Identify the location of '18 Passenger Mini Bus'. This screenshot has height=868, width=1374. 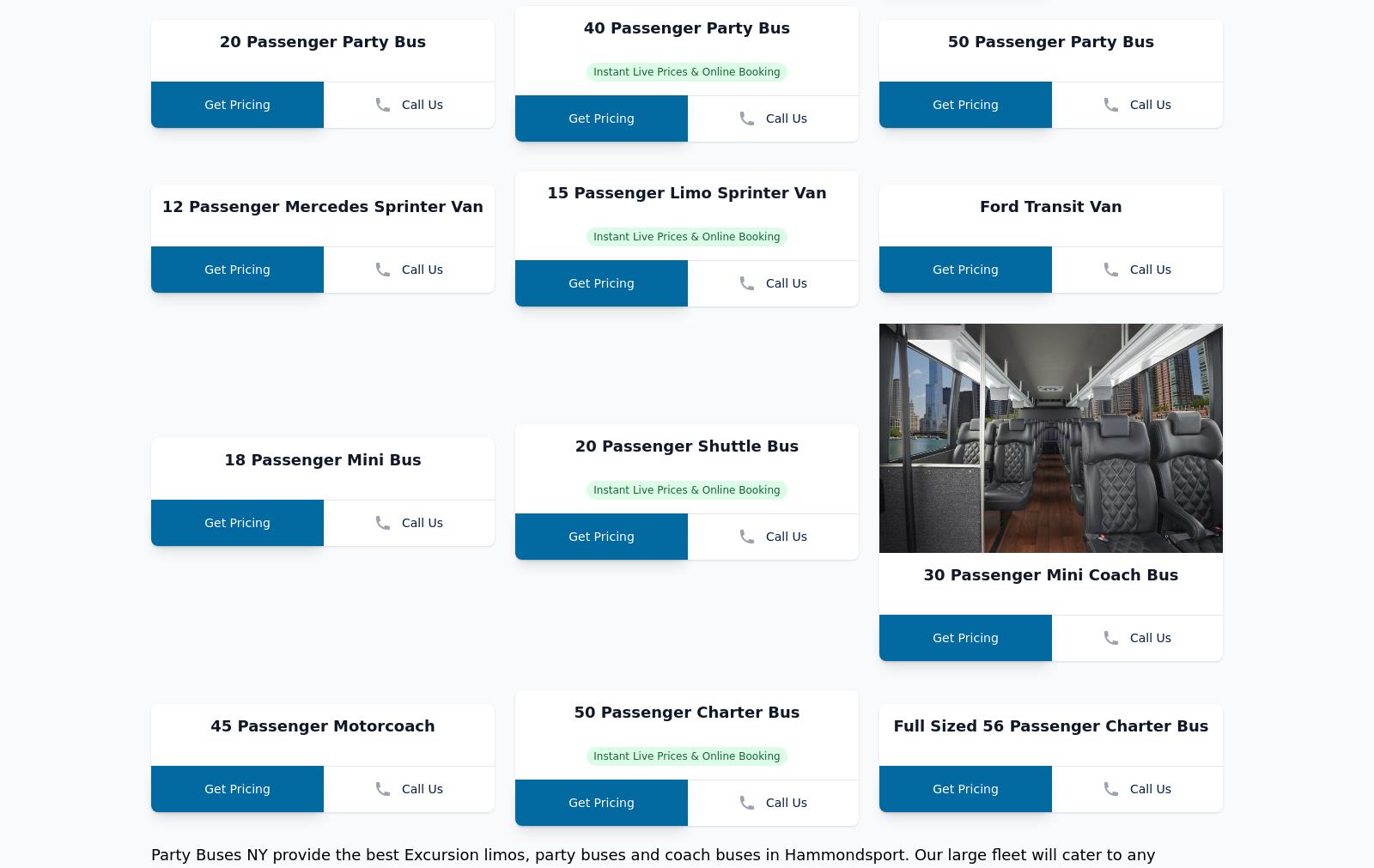
(322, 688).